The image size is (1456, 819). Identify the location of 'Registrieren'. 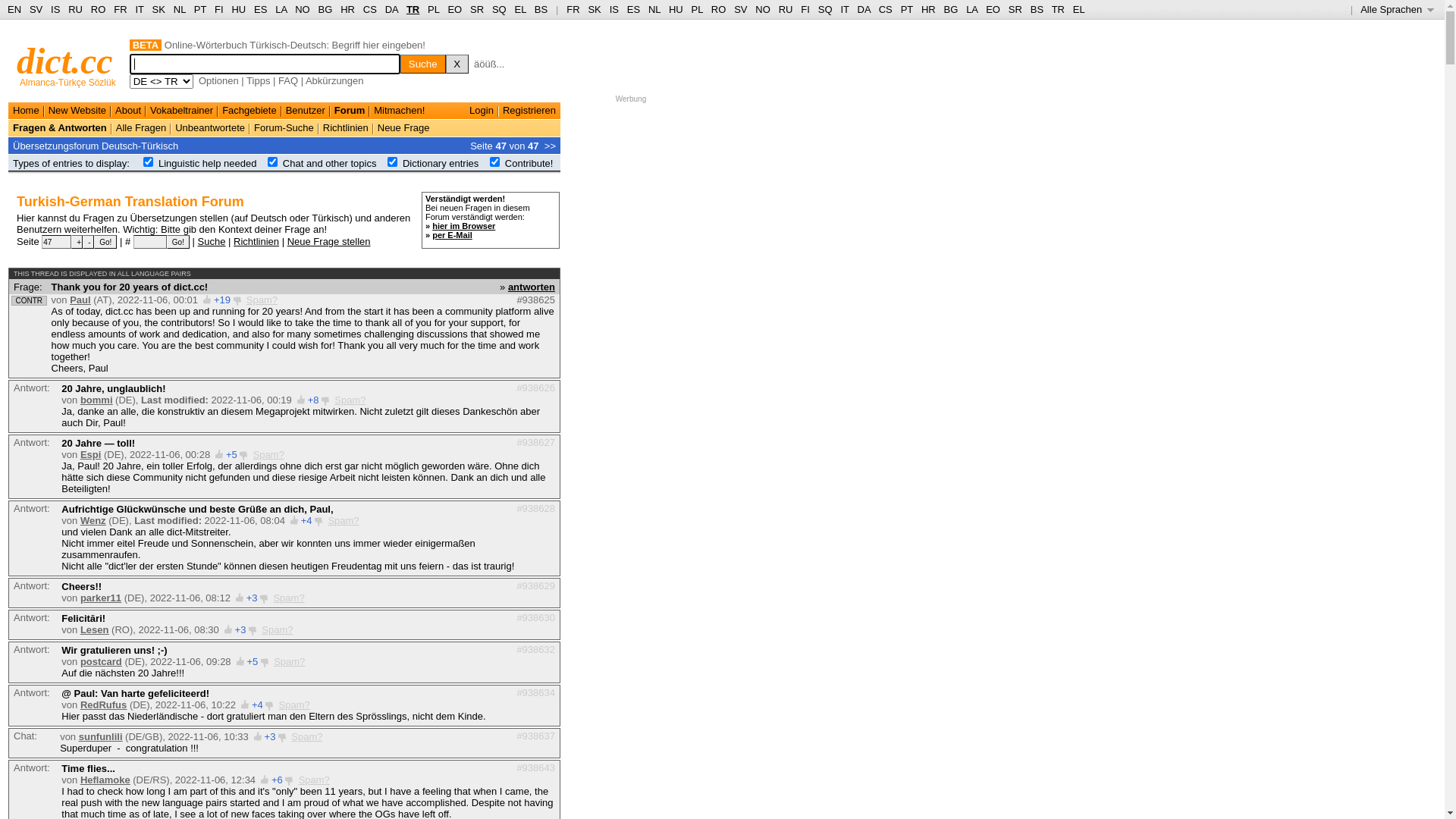
(529, 109).